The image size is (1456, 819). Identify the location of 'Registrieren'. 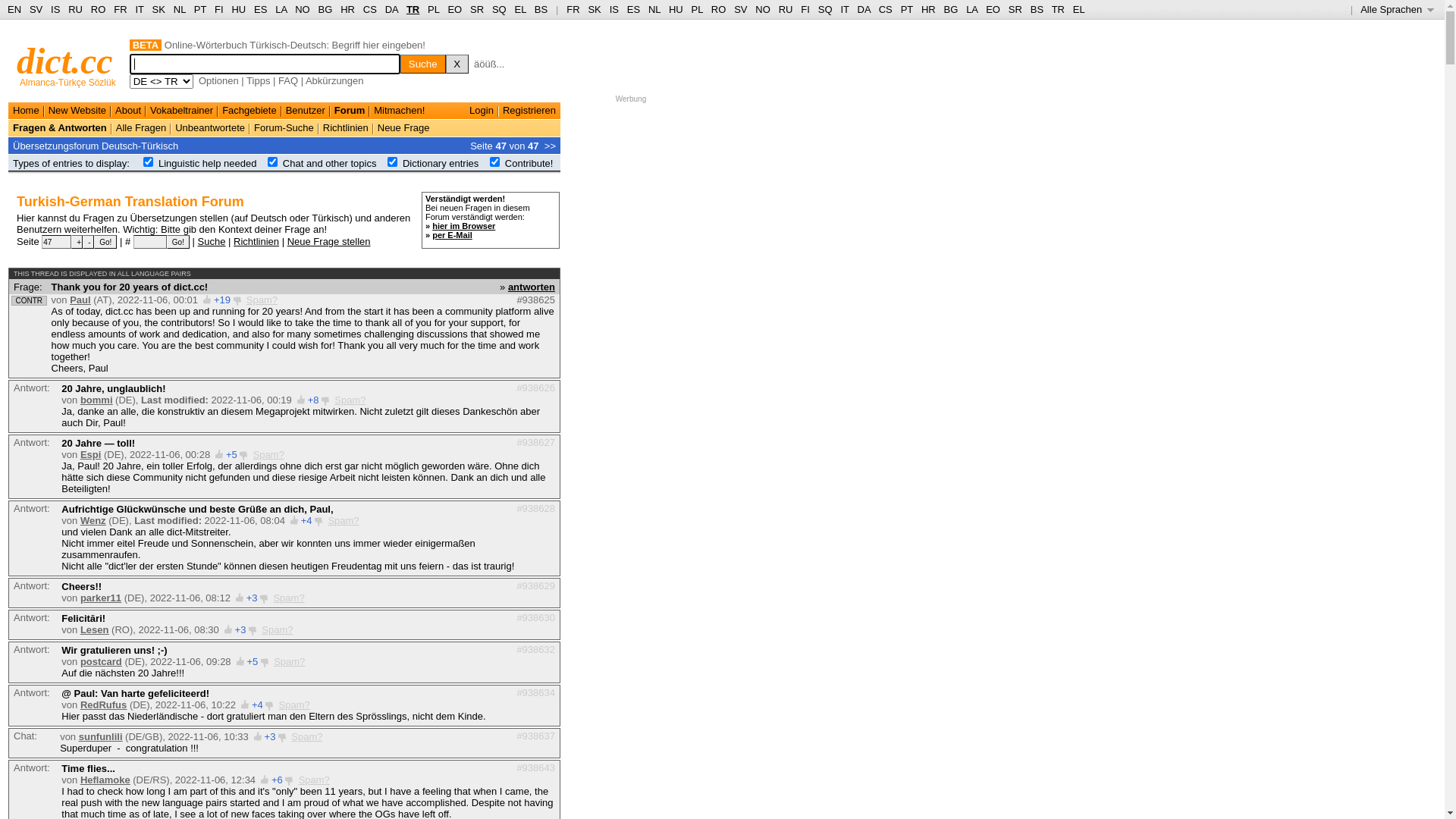
(529, 109).